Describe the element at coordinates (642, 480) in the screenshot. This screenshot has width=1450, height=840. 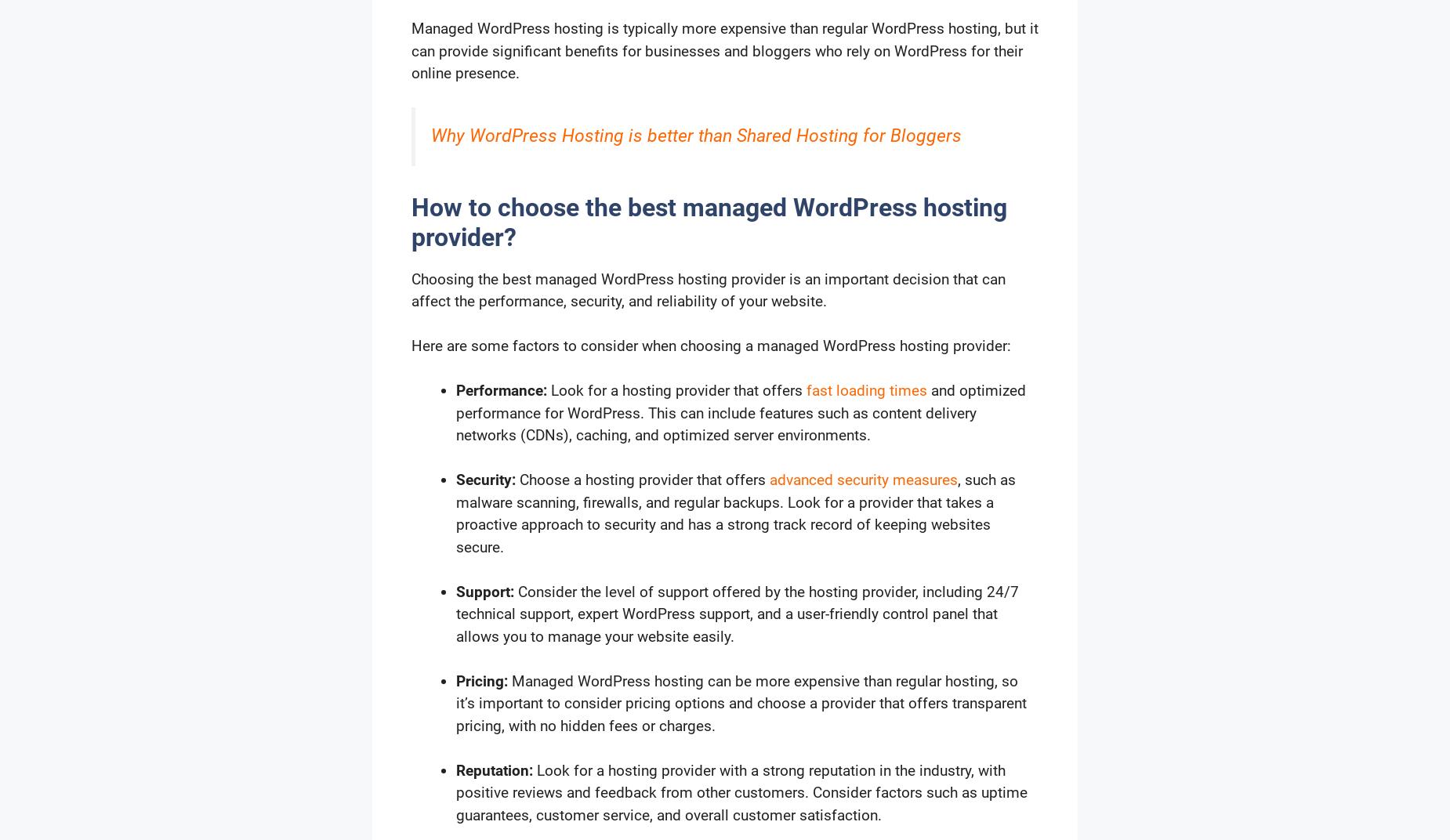
I see `'Choose a hosting provider that offers'` at that location.